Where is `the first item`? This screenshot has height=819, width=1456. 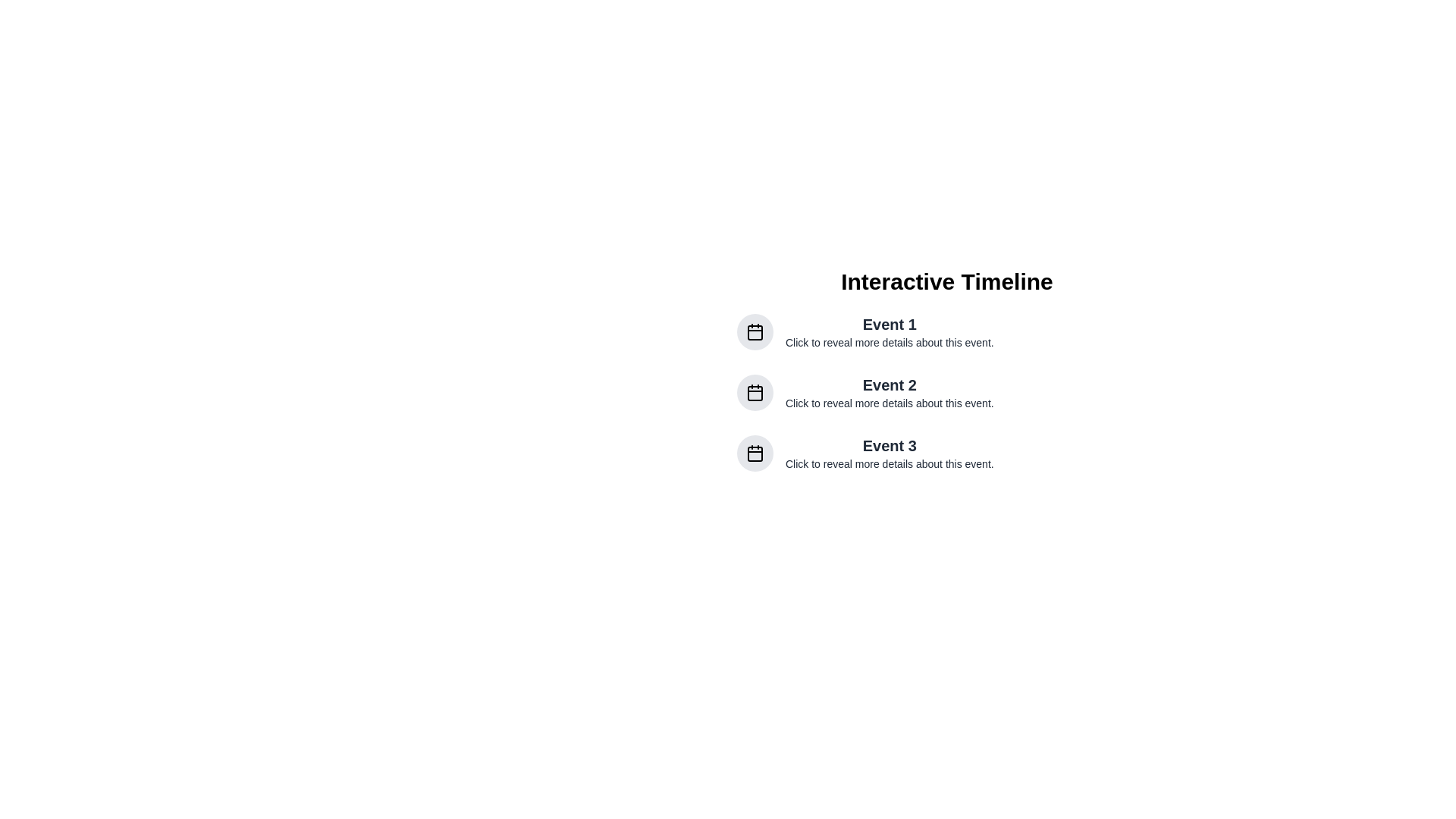 the first item is located at coordinates (946, 331).